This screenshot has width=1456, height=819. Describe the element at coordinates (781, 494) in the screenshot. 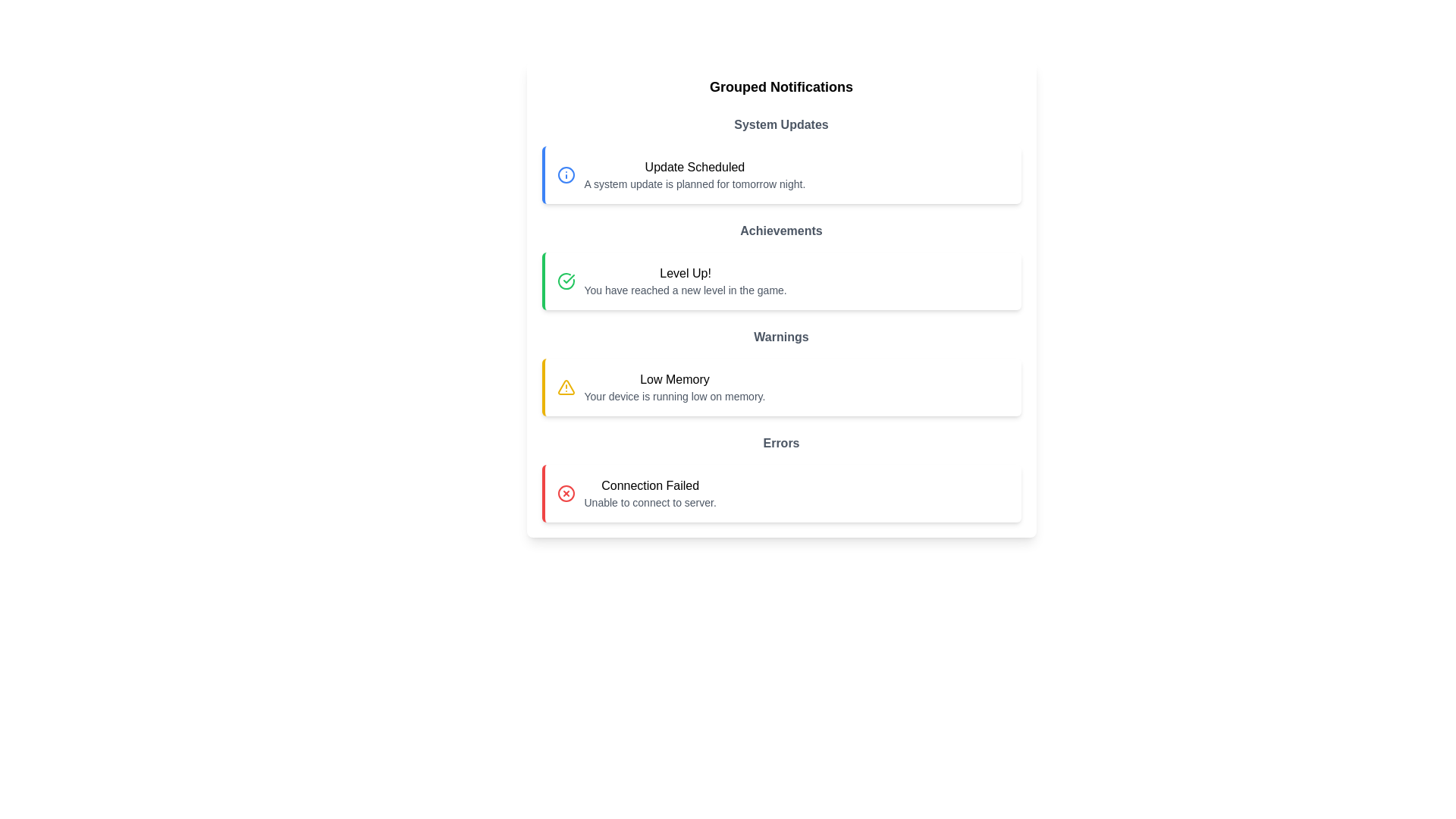

I see `information displayed in the notification card that indicates 'Connection Failed' and 'Unable to connect to server.'` at that location.